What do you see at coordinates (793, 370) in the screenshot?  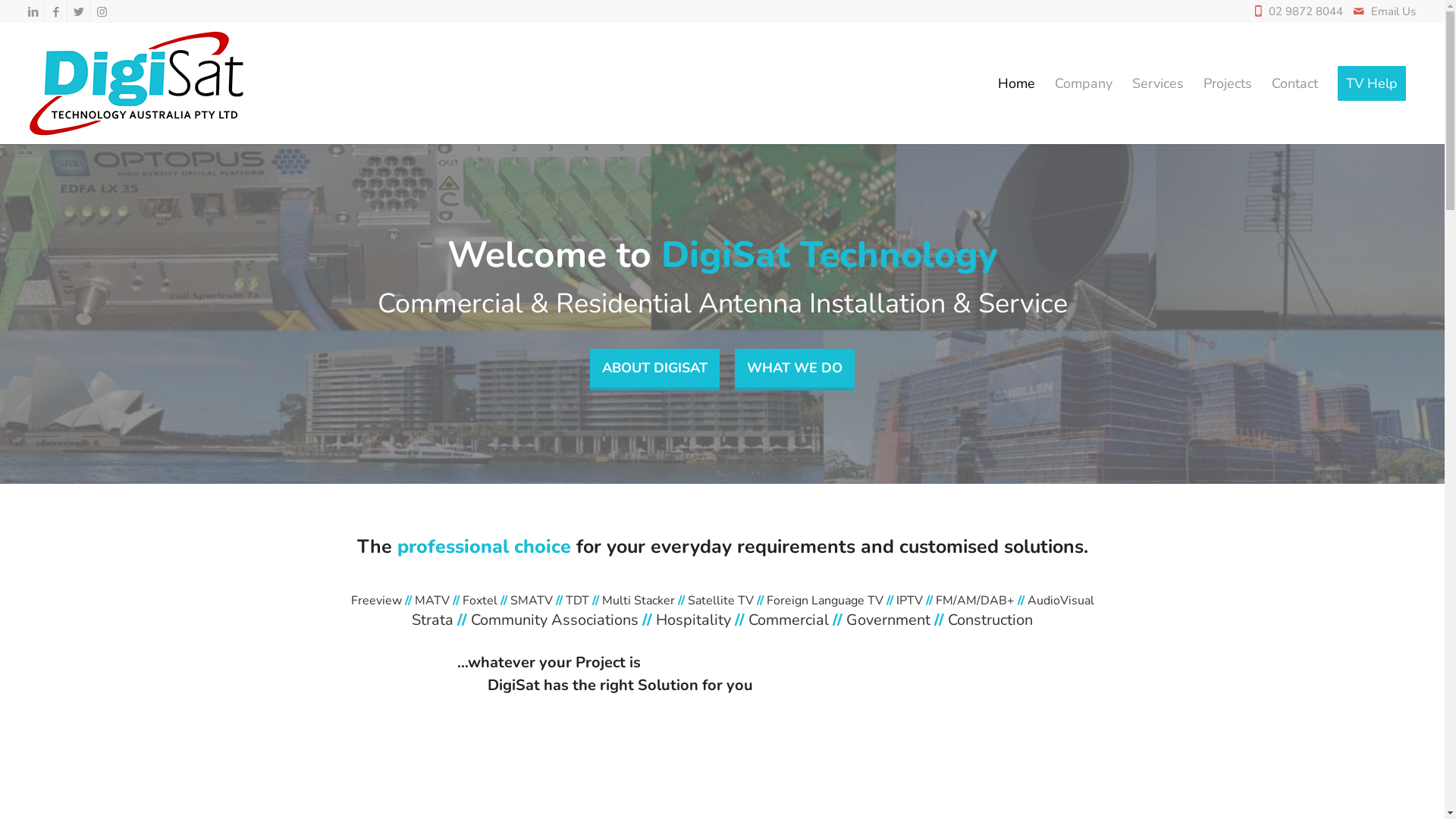 I see `'WHAT WE DO'` at bounding box center [793, 370].